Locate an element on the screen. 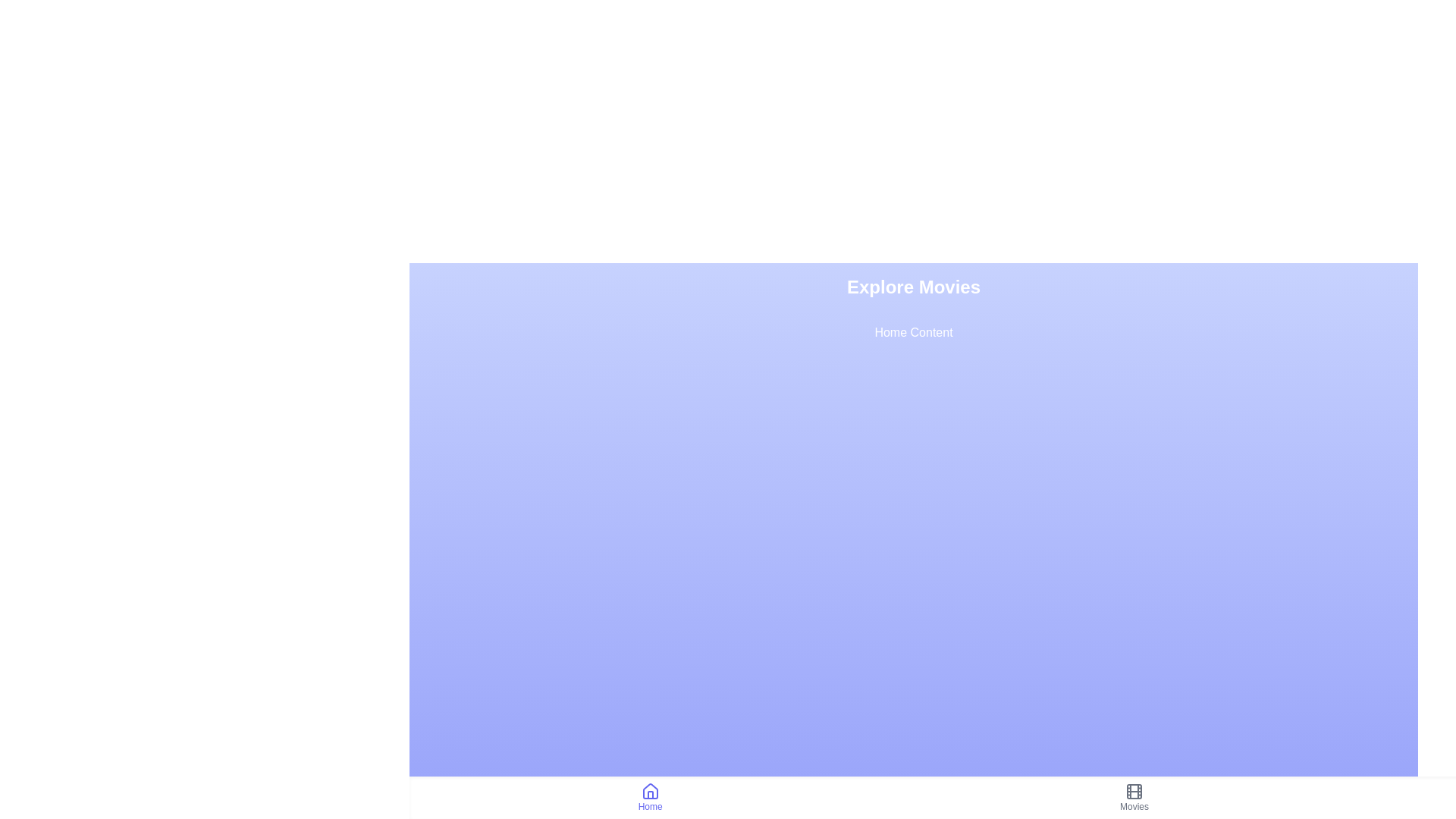 This screenshot has width=1456, height=819. the 'Home' icon button is located at coordinates (650, 791).